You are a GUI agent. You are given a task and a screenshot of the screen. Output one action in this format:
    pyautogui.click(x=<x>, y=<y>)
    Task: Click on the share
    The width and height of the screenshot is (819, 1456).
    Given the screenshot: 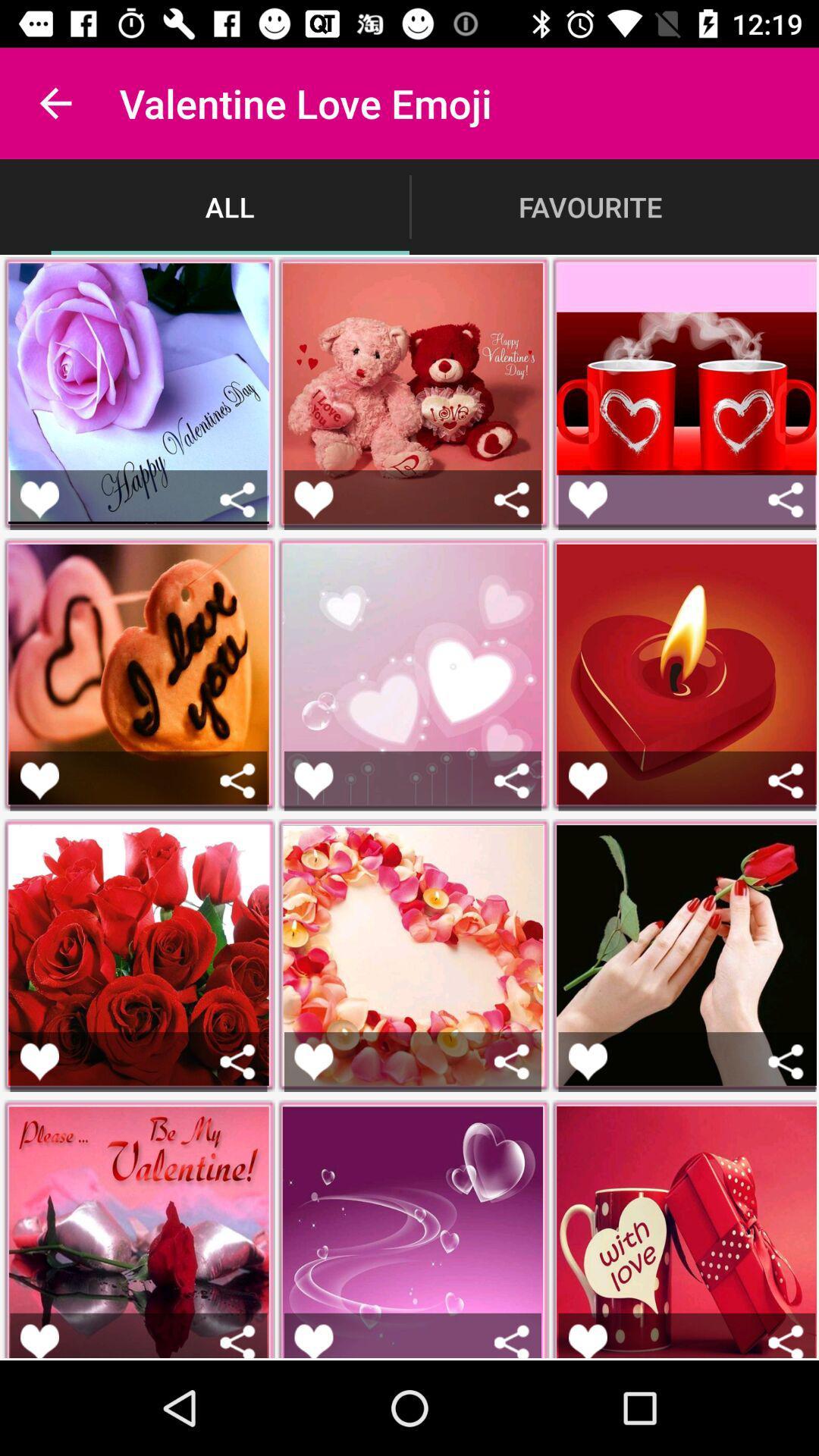 What is the action you would take?
    pyautogui.click(x=237, y=500)
    